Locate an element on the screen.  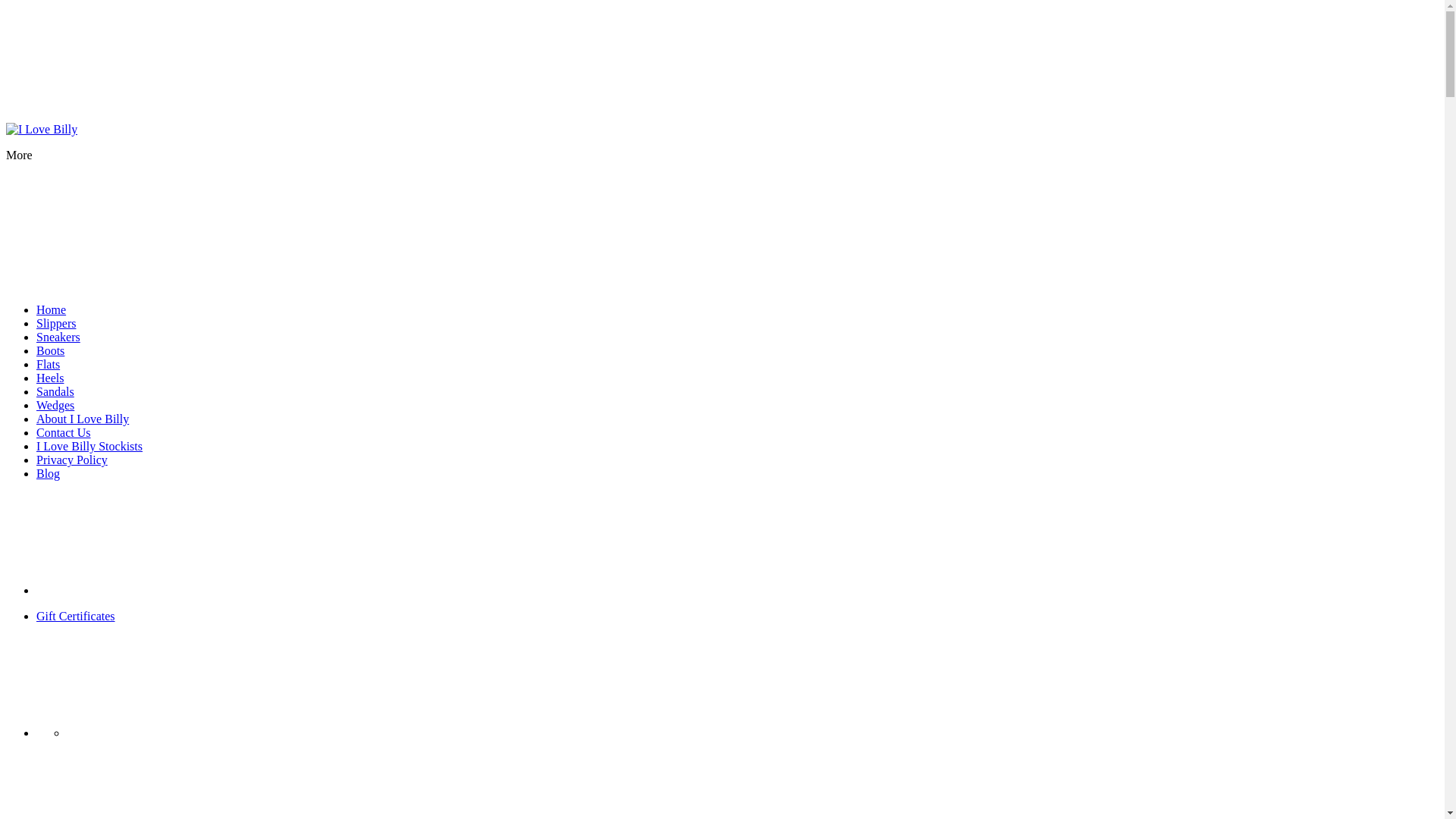
'Privacy Policy' is located at coordinates (71, 459).